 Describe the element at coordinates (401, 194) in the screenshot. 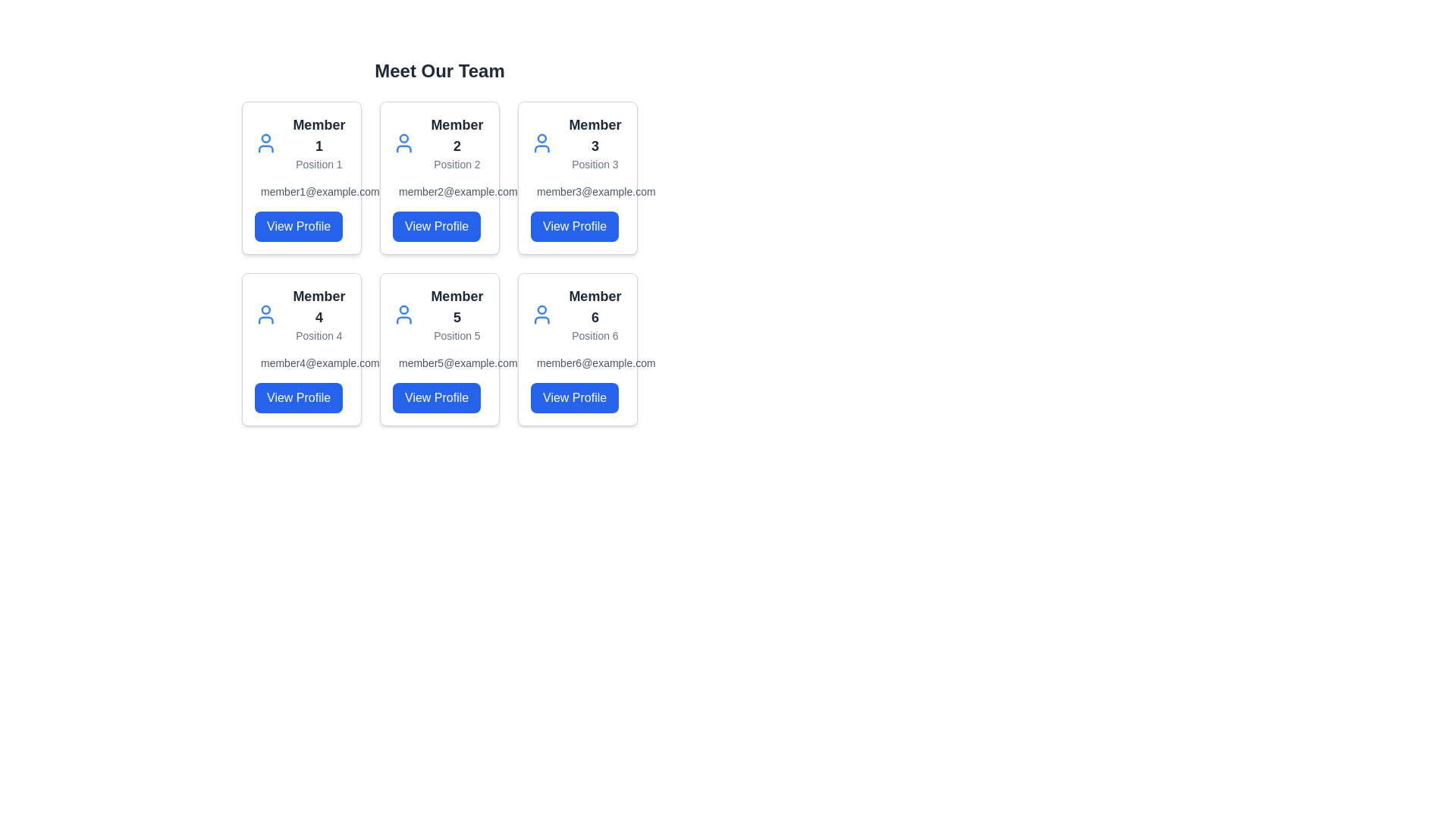

I see `the SVG rectangle that represents the email feature within the 'Member 2' card to activate email-related features` at that location.